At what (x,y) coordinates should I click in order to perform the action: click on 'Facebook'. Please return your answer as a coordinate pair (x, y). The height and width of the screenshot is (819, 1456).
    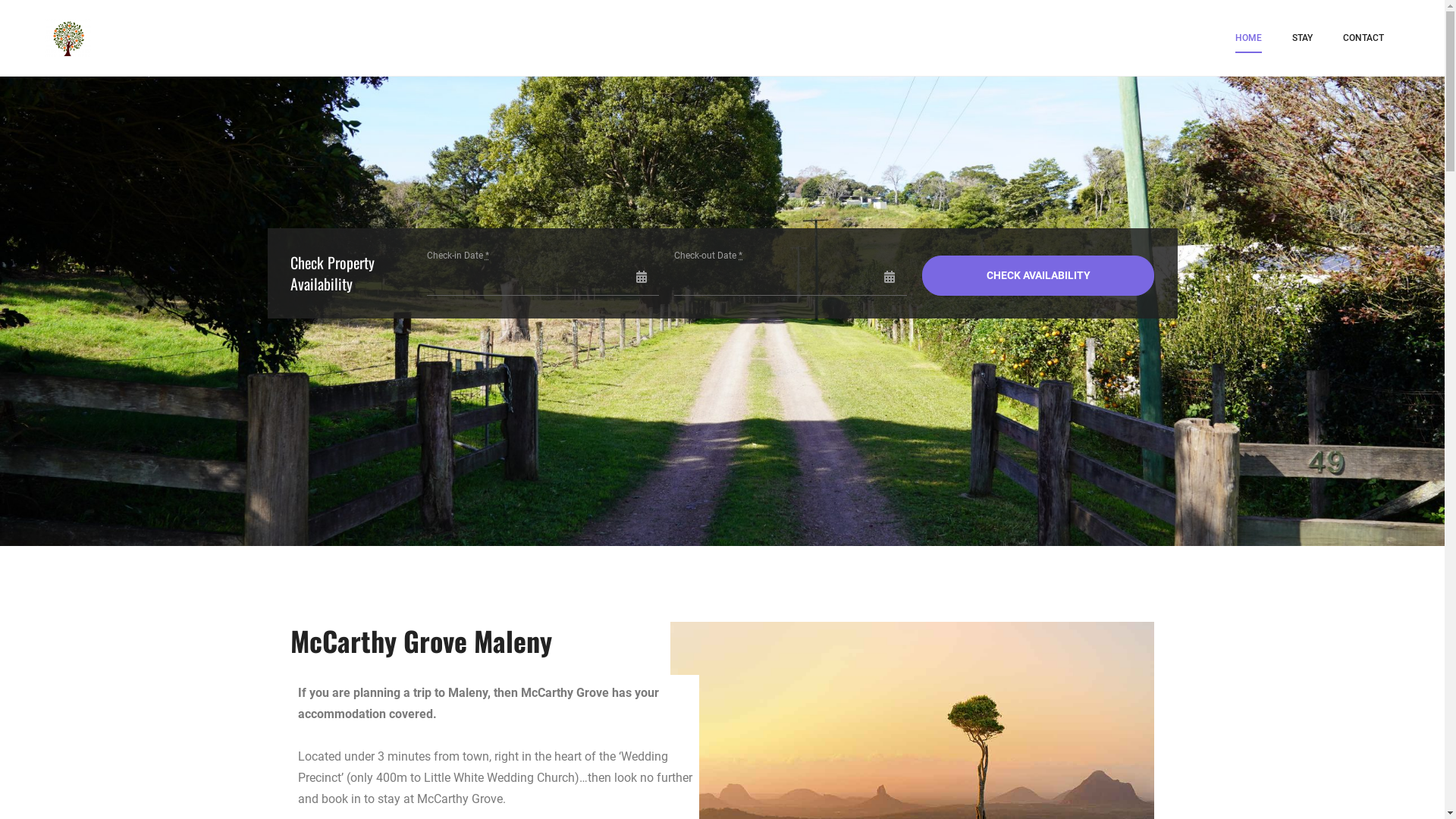
    Looking at the image, I should click on (689, 623).